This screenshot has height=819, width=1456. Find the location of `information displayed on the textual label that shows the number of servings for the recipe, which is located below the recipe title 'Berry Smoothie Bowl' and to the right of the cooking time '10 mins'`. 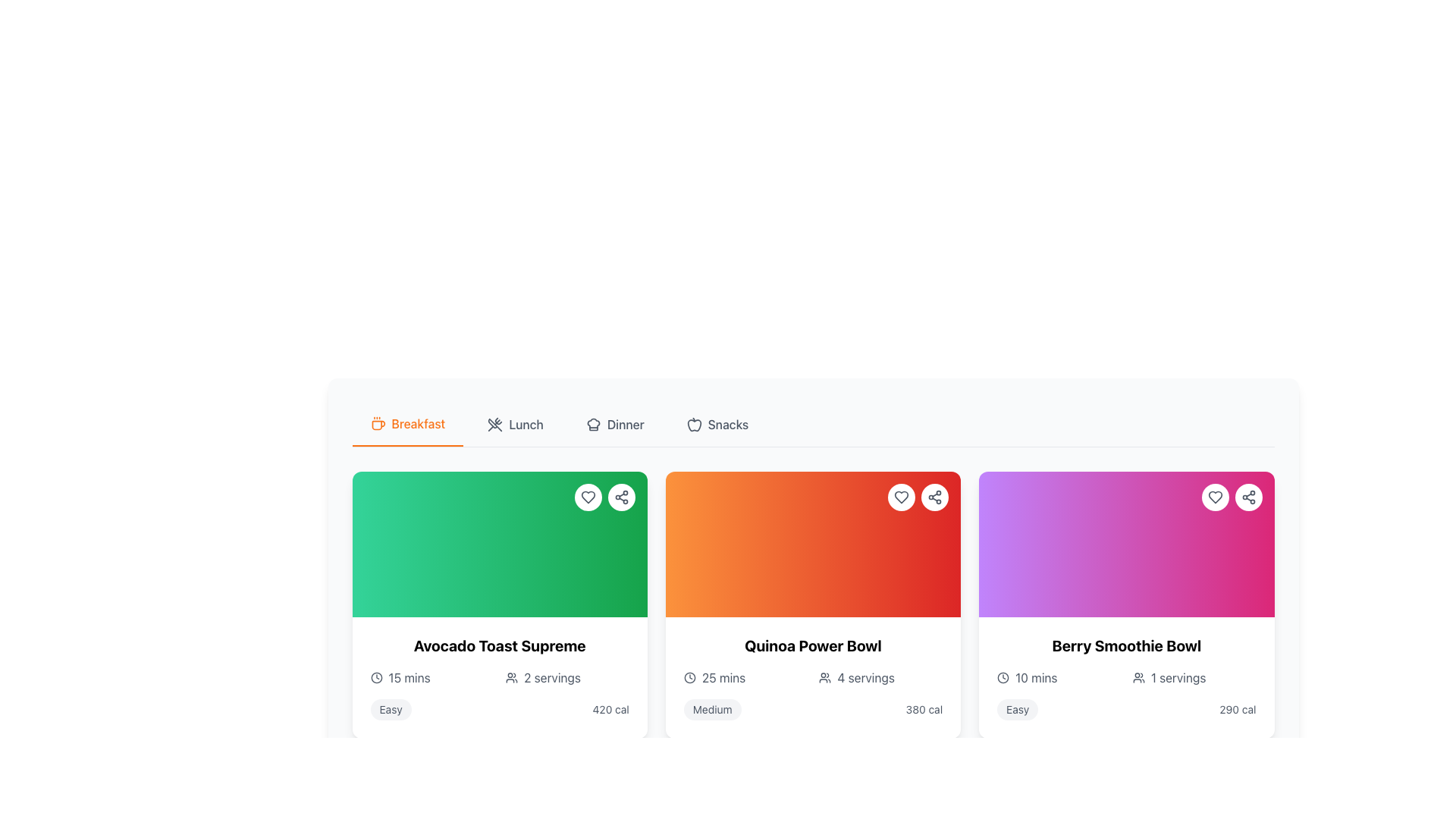

information displayed on the textual label that shows the number of servings for the recipe, which is located below the recipe title 'Berry Smoothie Bowl' and to the right of the cooking time '10 mins' is located at coordinates (1194, 677).